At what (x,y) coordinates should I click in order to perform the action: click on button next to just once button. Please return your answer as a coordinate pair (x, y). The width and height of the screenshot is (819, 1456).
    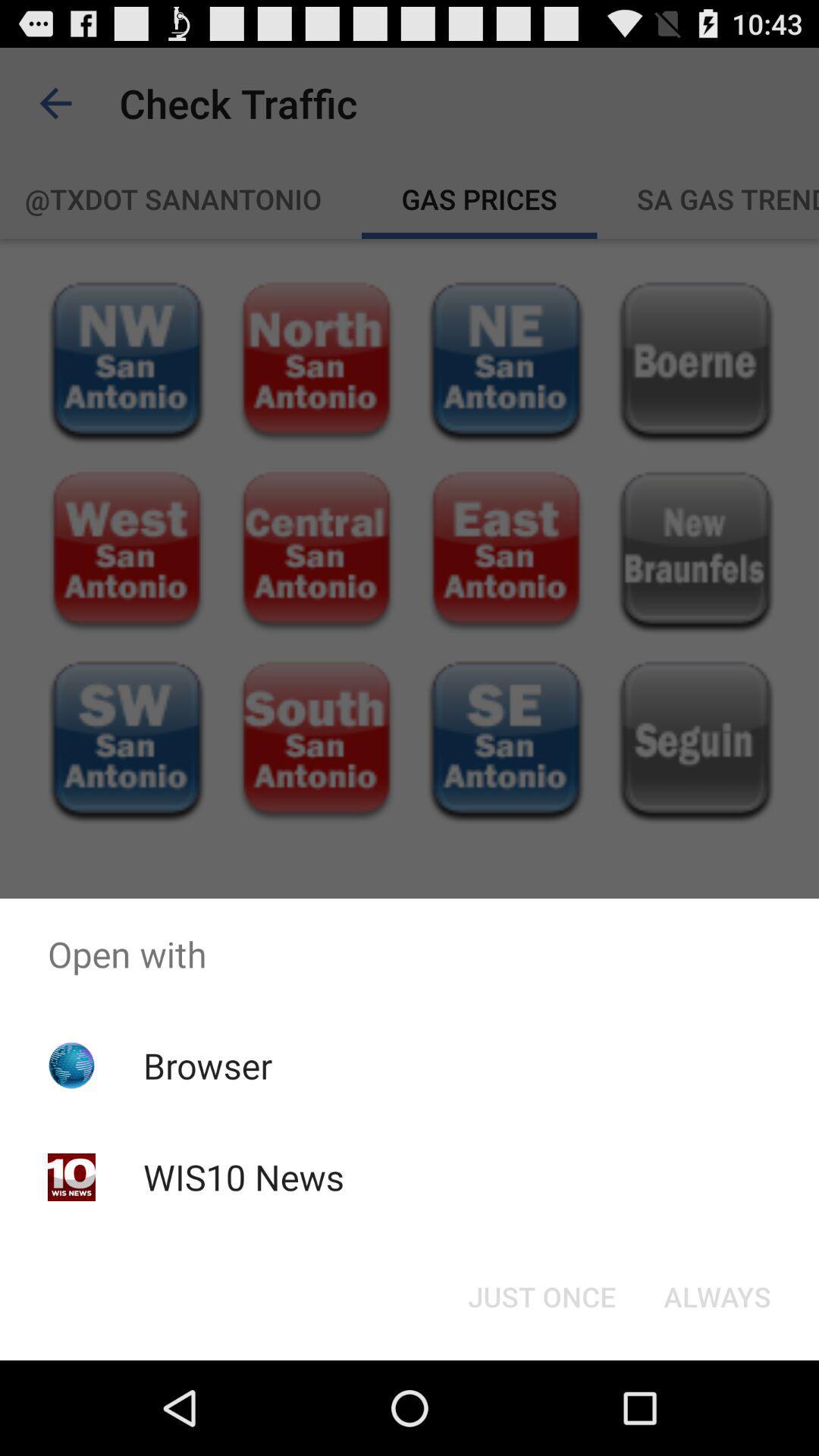
    Looking at the image, I should click on (717, 1295).